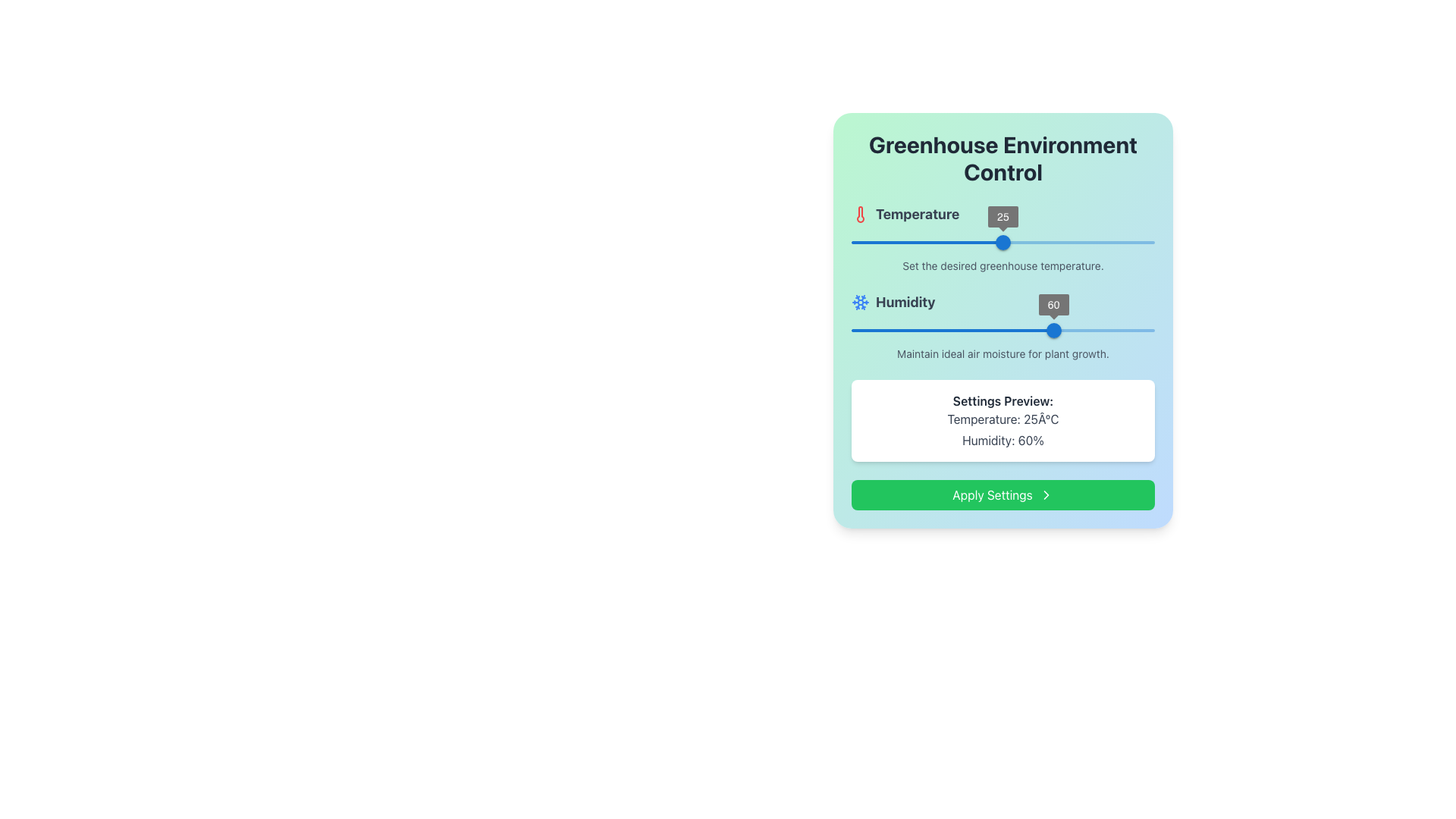 The height and width of the screenshot is (819, 1456). I want to click on the snowflake icon representing humidity, located next to the 'Humidity' label in the 'Greenhouse Environment Control' interface, so click(860, 302).